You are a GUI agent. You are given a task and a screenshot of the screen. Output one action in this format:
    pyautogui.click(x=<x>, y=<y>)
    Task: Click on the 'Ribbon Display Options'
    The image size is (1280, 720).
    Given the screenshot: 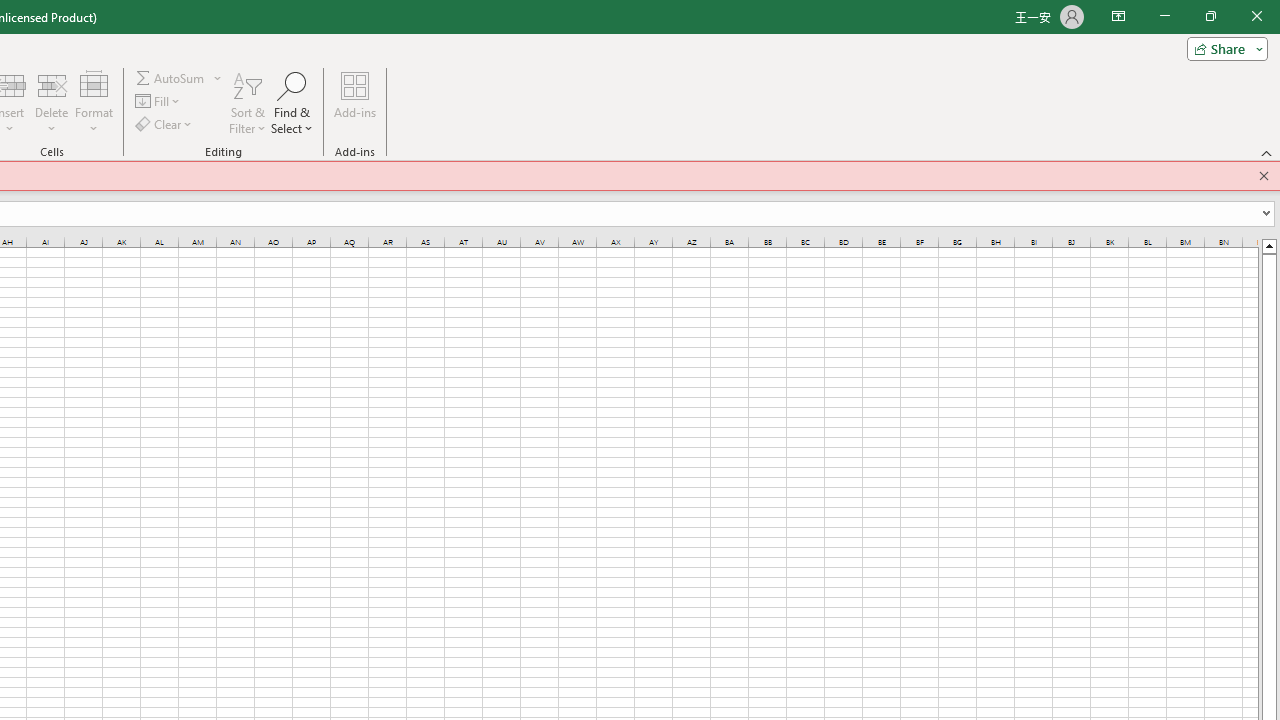 What is the action you would take?
    pyautogui.click(x=1117, y=16)
    